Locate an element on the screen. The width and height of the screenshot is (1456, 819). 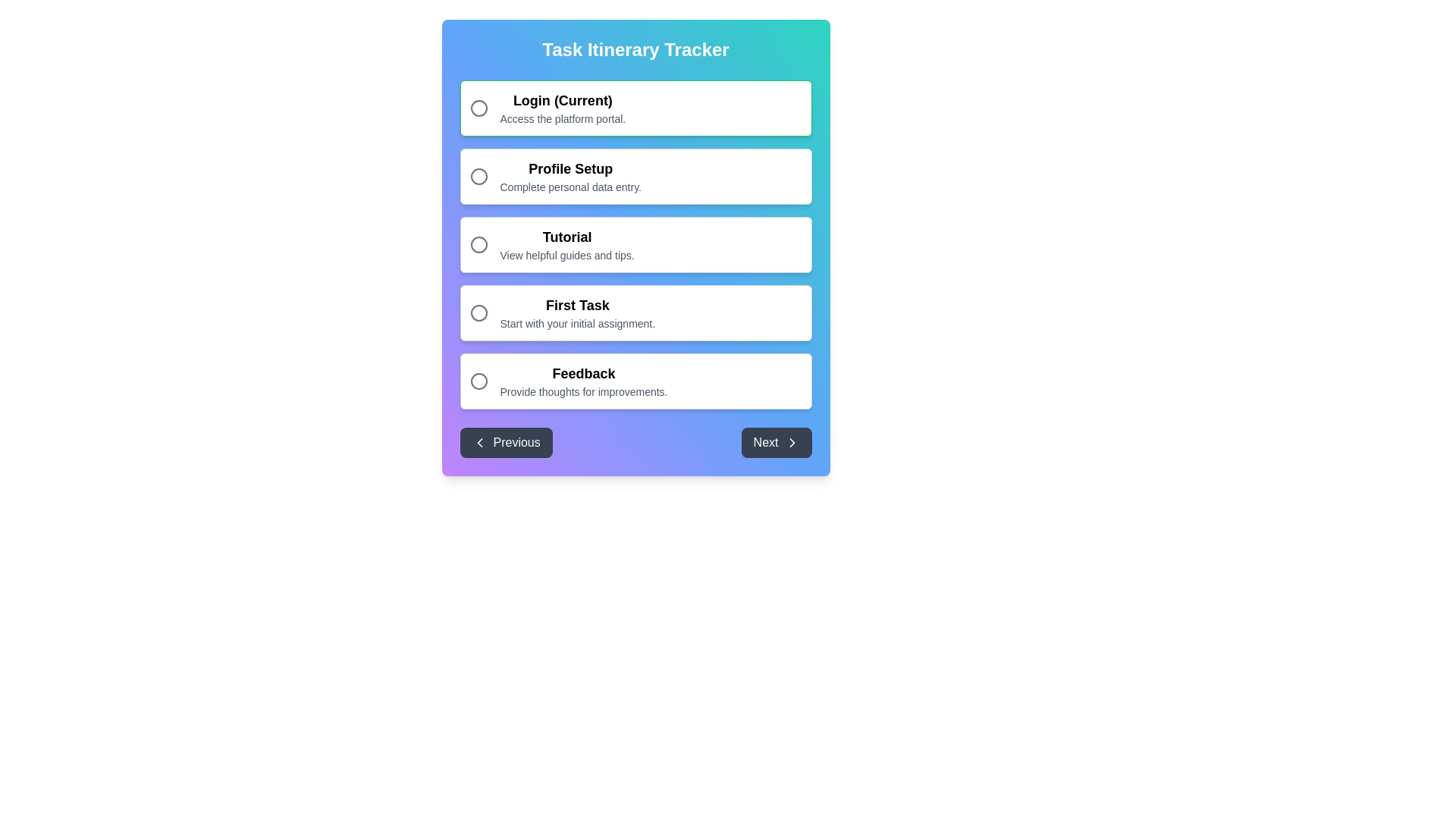
the text label or header that serves as the title for the Feedback task, located above the subtitle 'Provide thoughts for improvements.' is located at coordinates (582, 374).